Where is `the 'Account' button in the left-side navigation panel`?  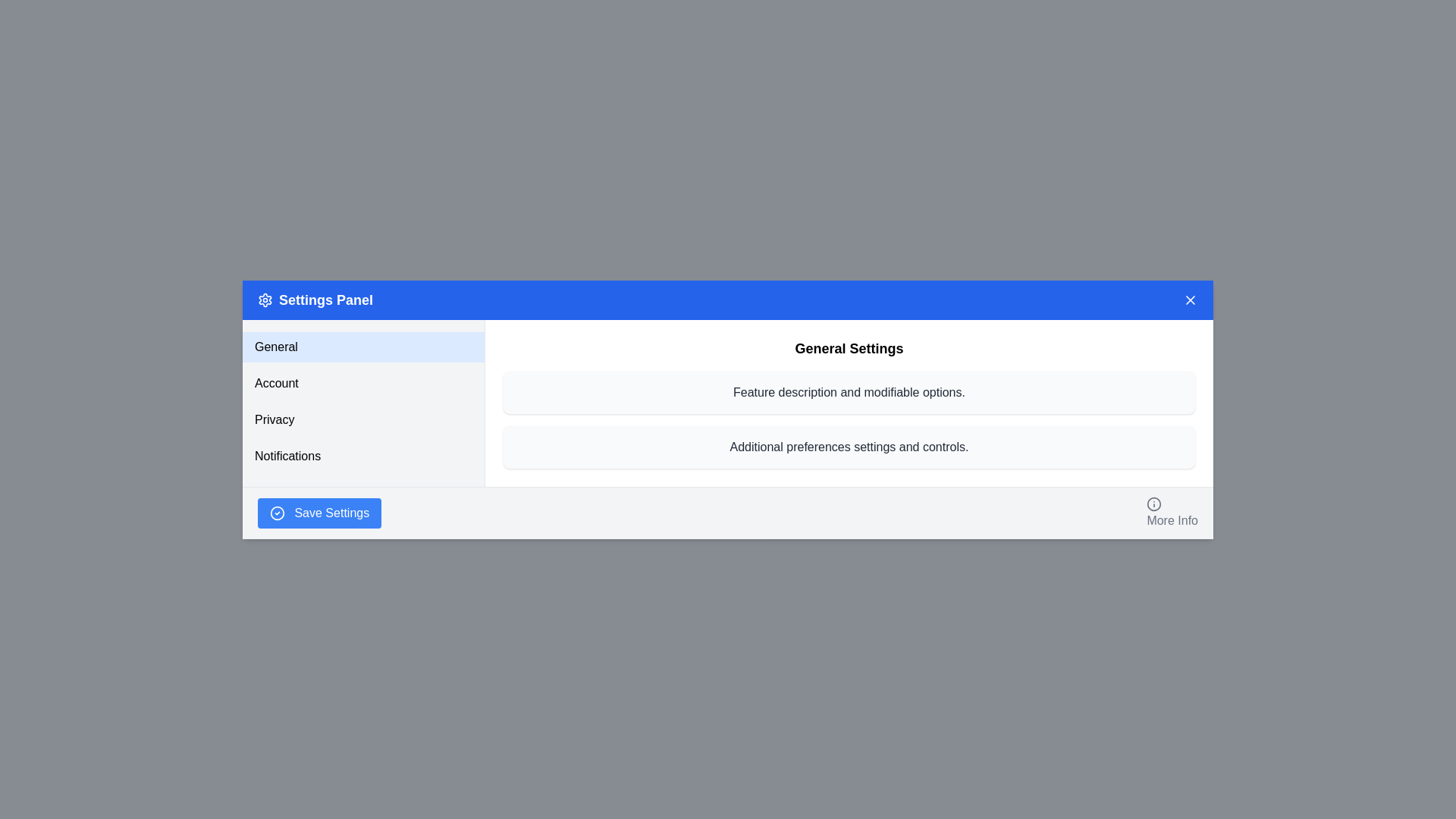
the 'Account' button in the left-side navigation panel is located at coordinates (364, 402).